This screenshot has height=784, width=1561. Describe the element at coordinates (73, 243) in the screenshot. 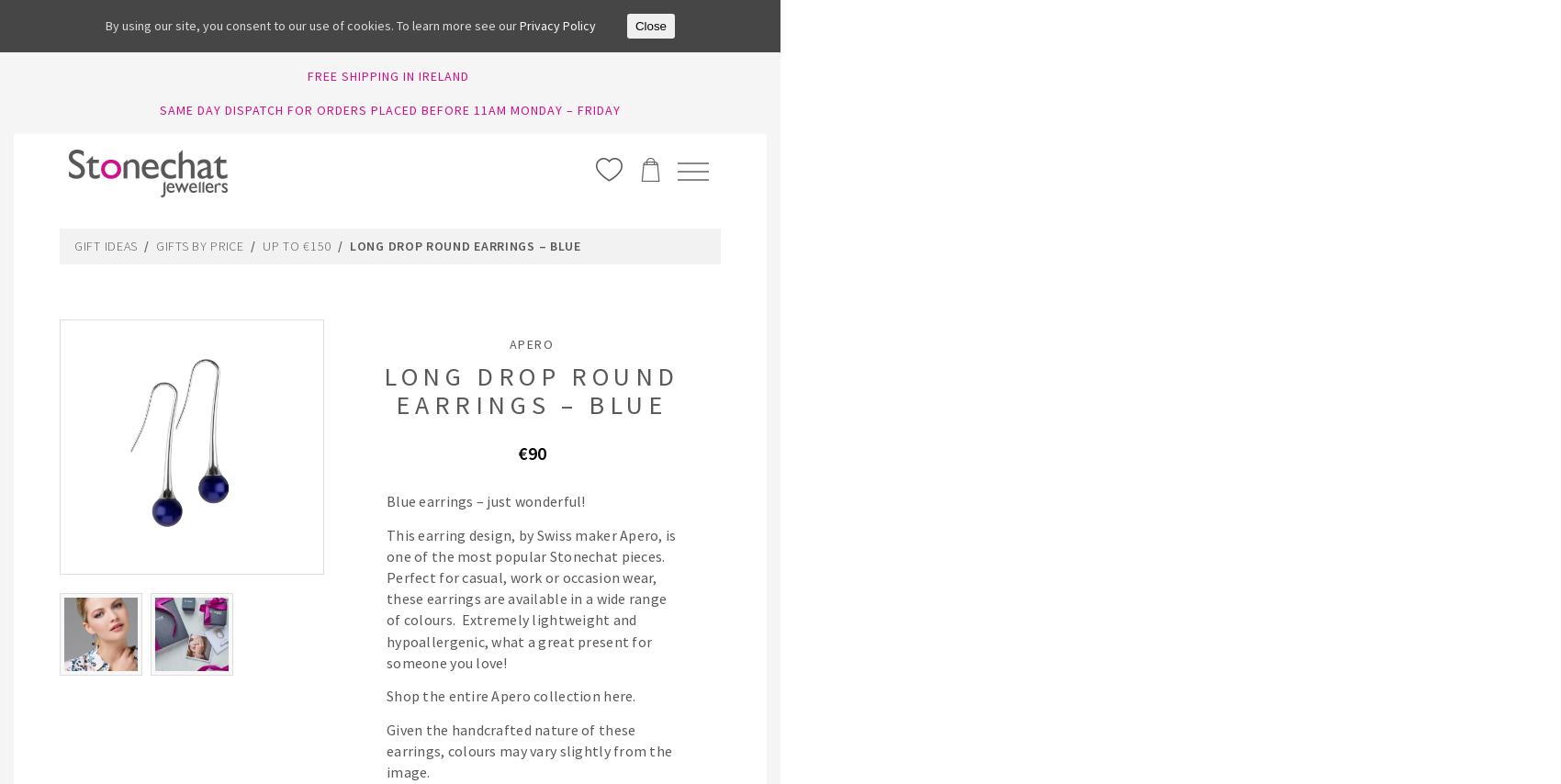

I see `'Gift Ideas'` at that location.